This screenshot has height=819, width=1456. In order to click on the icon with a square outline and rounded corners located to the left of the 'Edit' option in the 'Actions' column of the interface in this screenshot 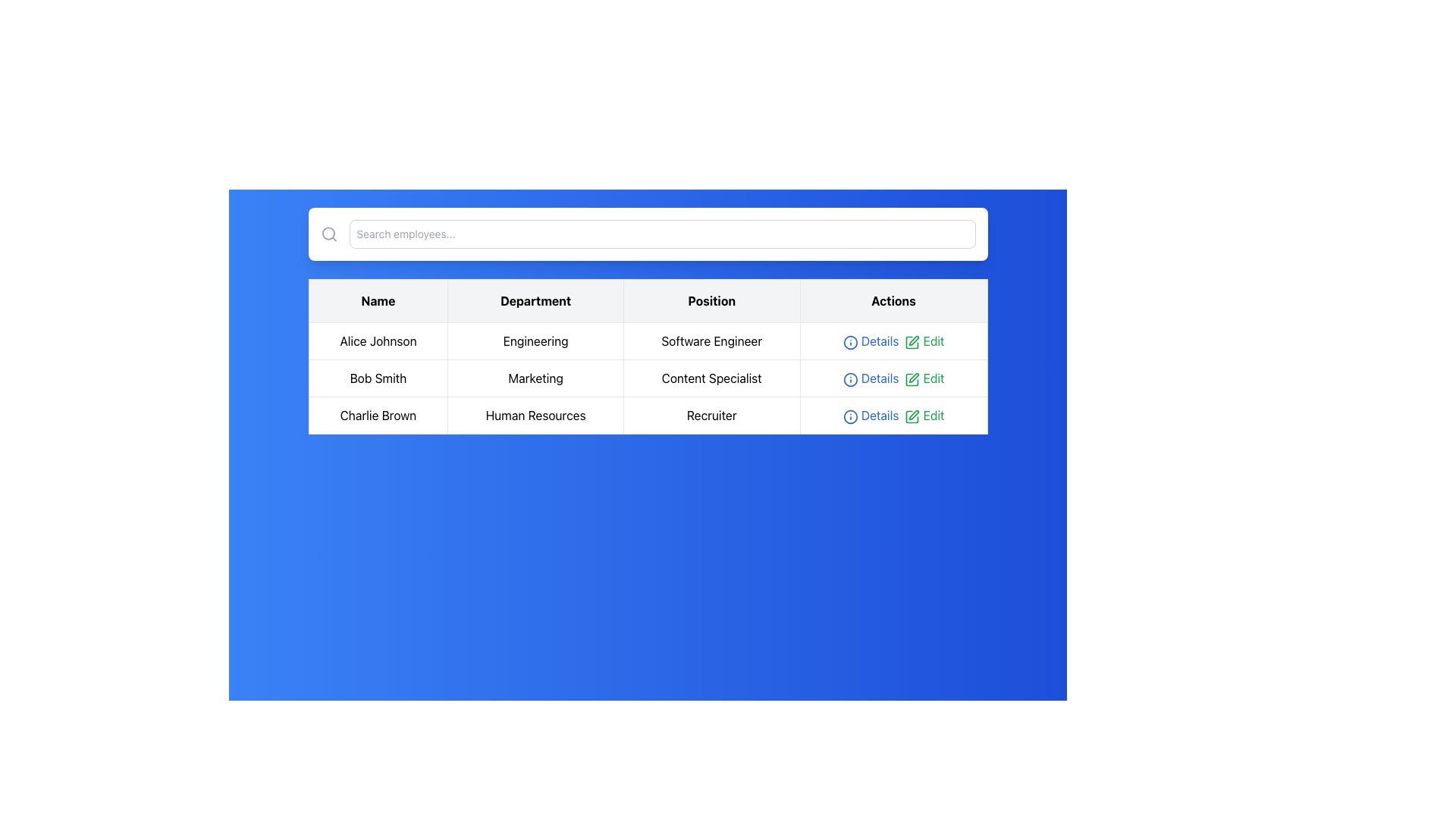, I will do `click(912, 342)`.